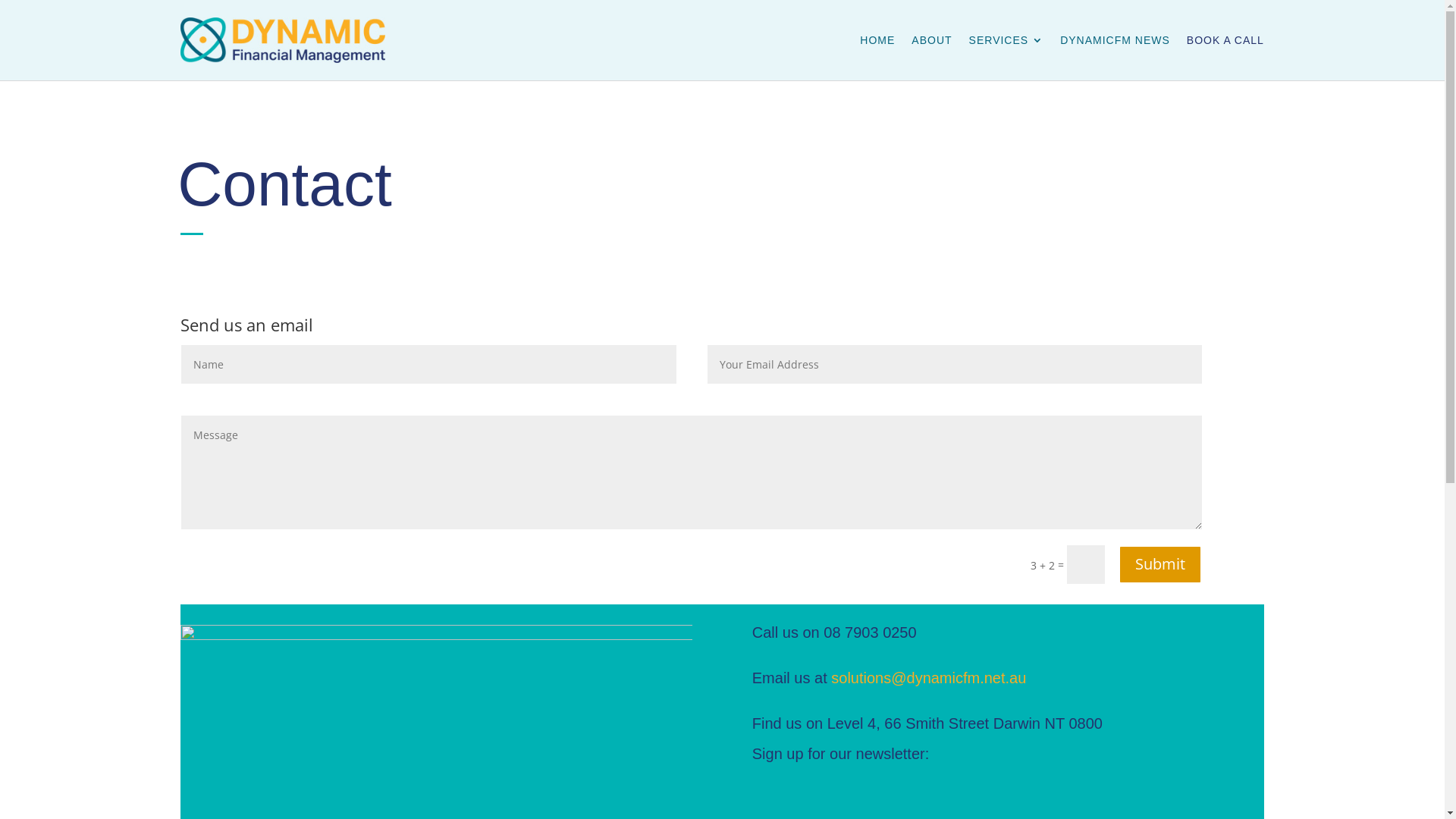  I want to click on 'Submit', so click(1159, 564).